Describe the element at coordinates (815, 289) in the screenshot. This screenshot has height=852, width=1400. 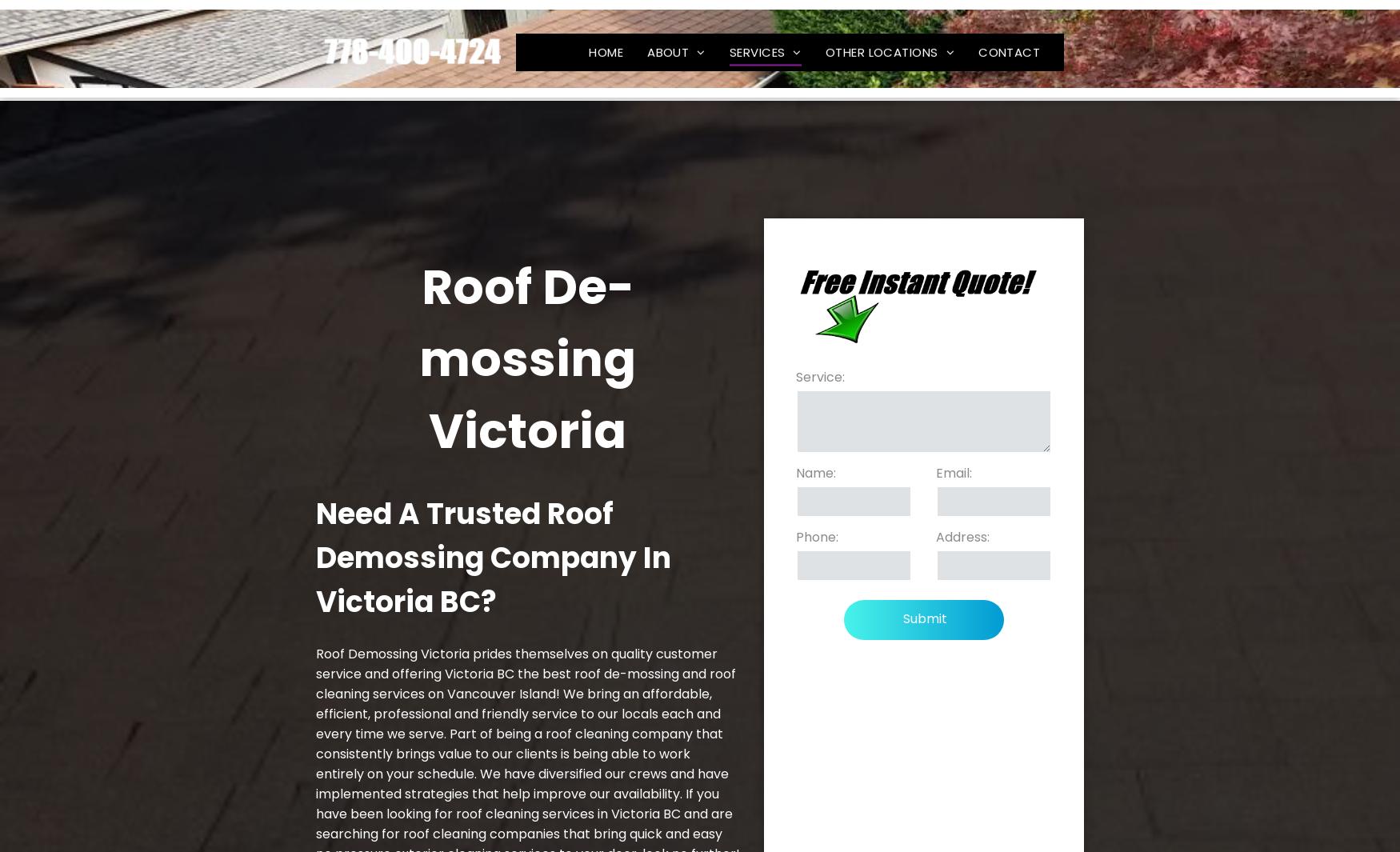
I see `'Pressure Washing'` at that location.